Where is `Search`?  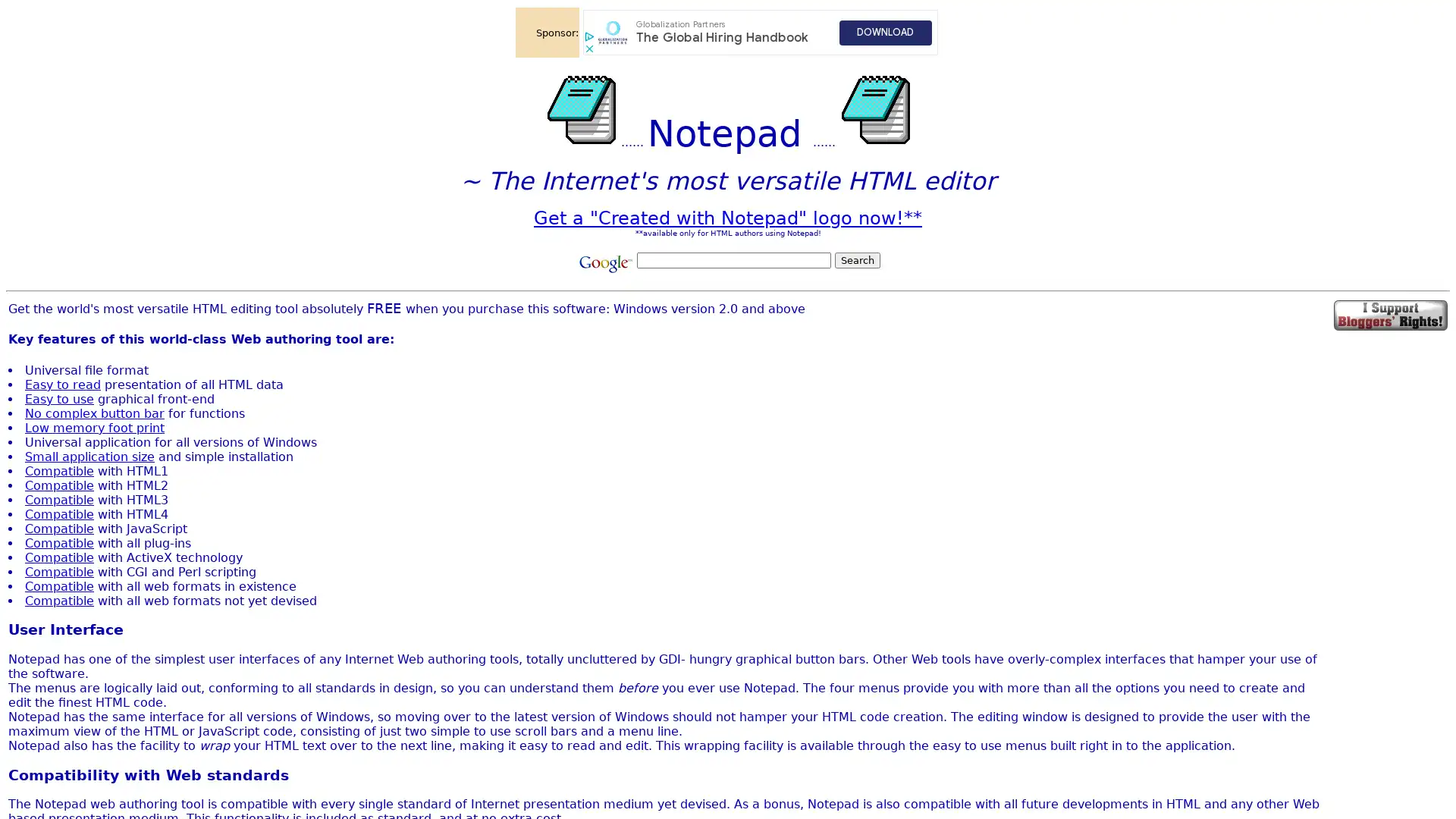
Search is located at coordinates (856, 259).